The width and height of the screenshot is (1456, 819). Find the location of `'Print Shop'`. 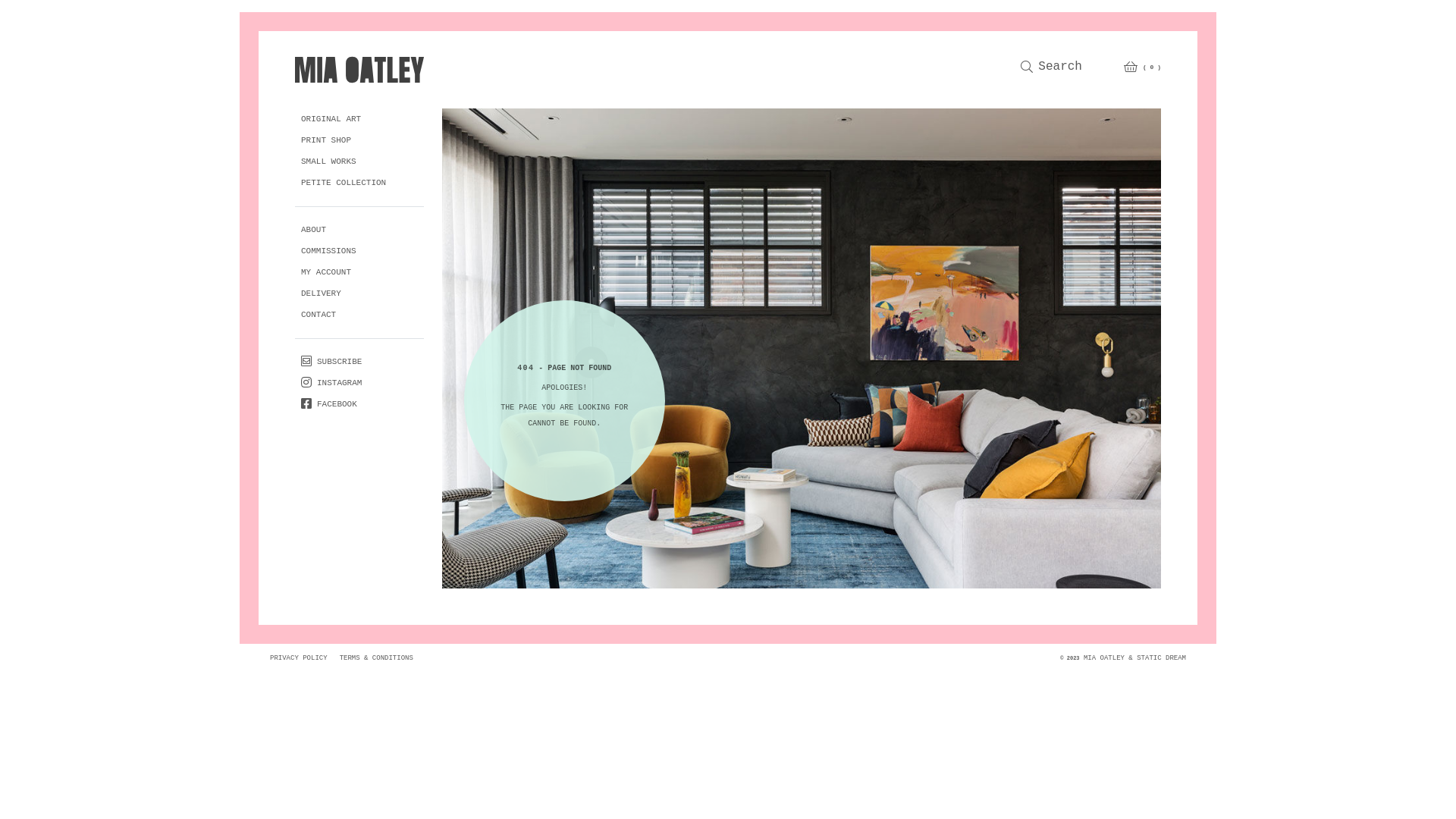

'Print Shop' is located at coordinates (325, 140).